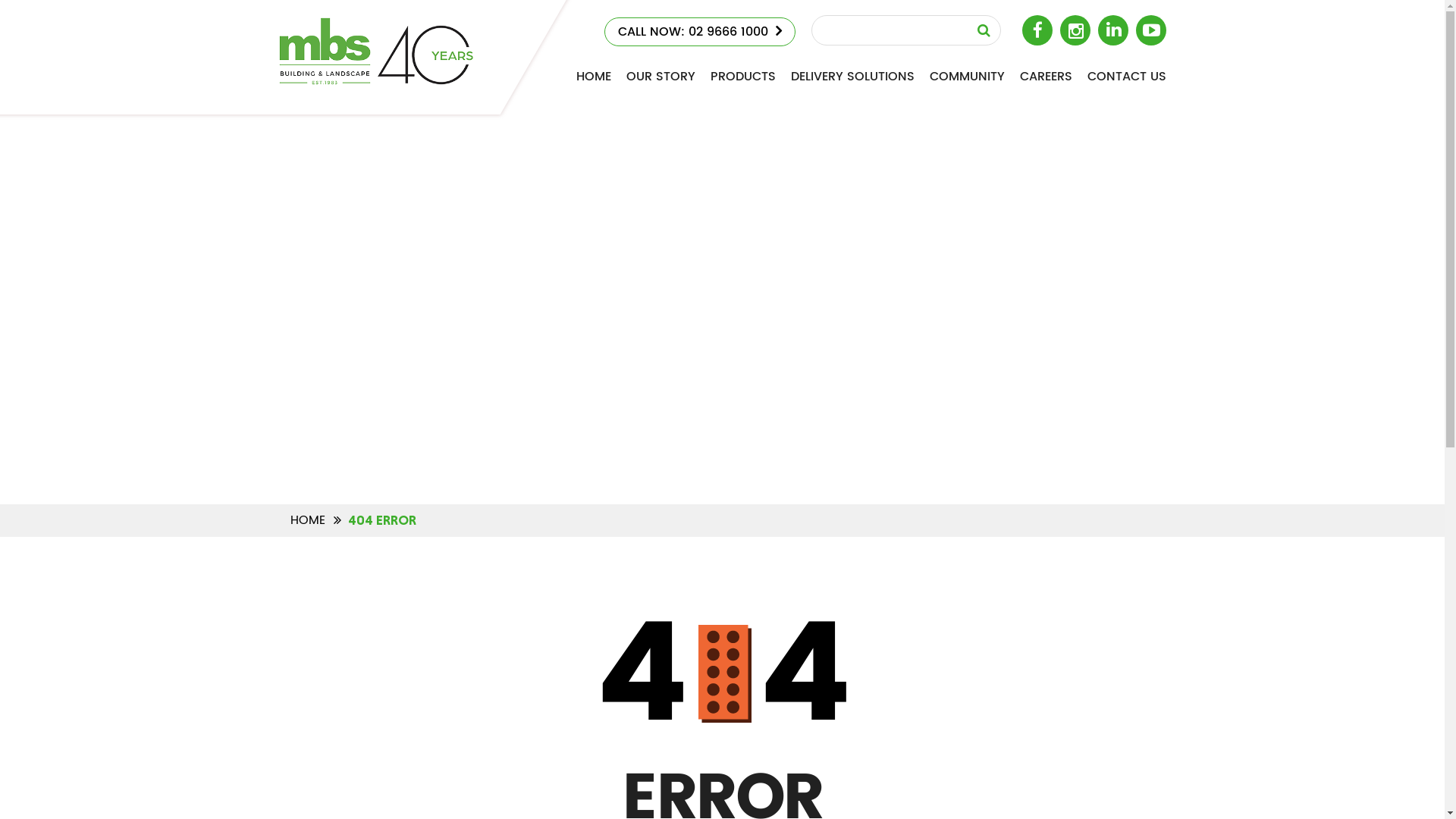 Image resolution: width=1456 pixels, height=819 pixels. Describe the element at coordinates (742, 77) in the screenshot. I see `'PRODUCTS'` at that location.